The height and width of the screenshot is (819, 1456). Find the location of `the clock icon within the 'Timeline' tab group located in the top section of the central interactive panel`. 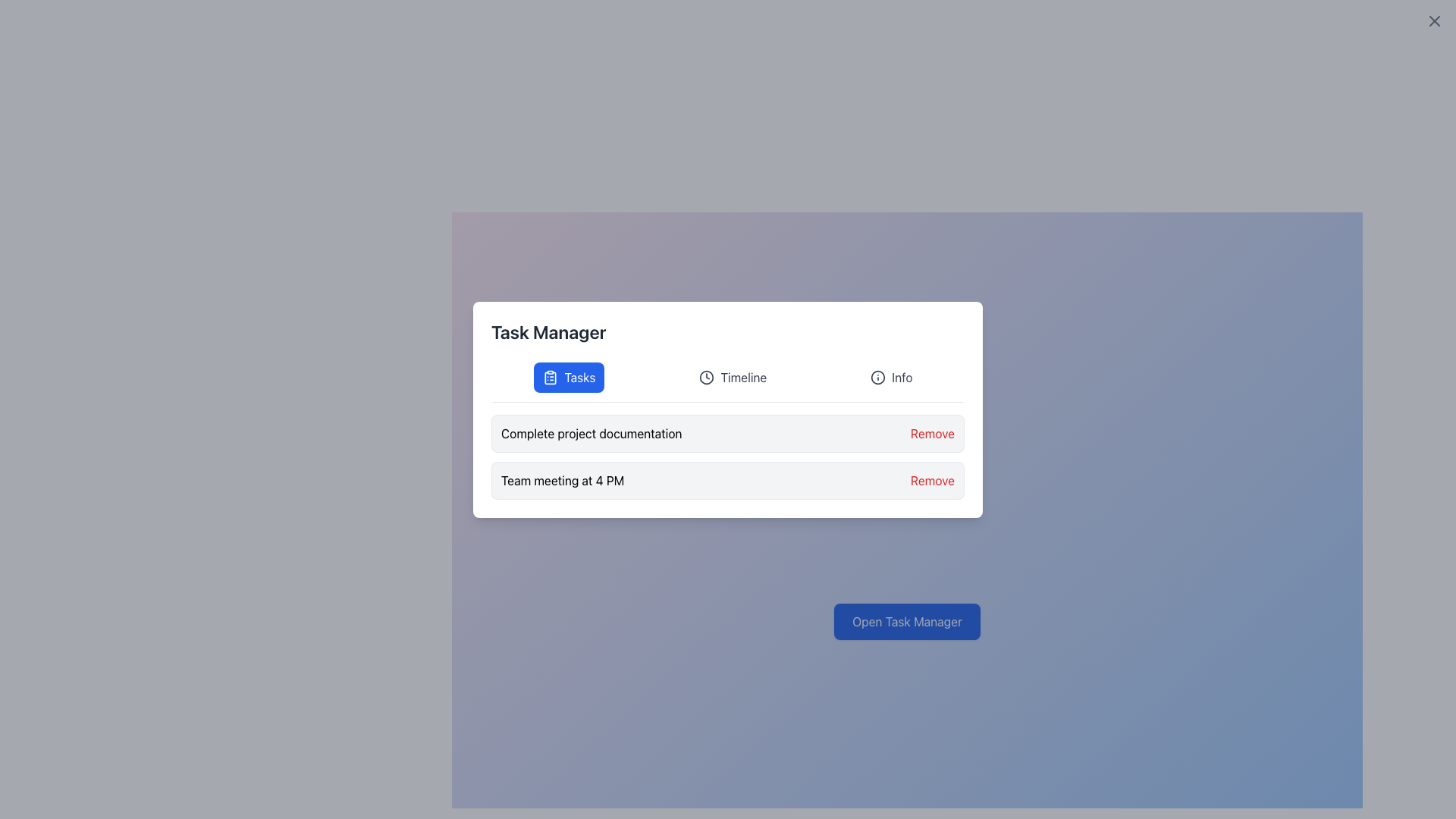

the clock icon within the 'Timeline' tab group located in the top section of the central interactive panel is located at coordinates (706, 376).